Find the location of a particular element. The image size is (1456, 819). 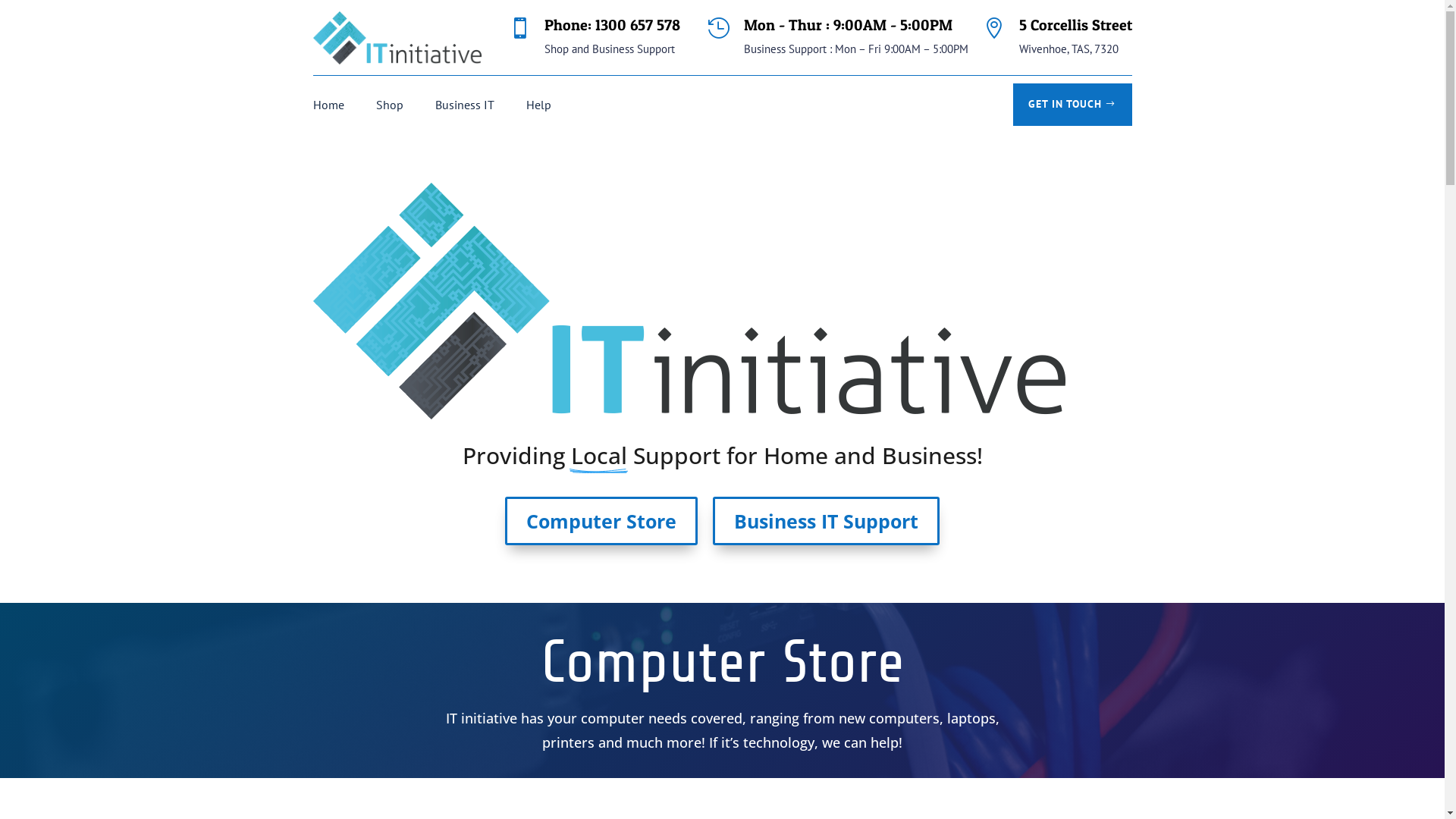

'Help' is located at coordinates (538, 107).